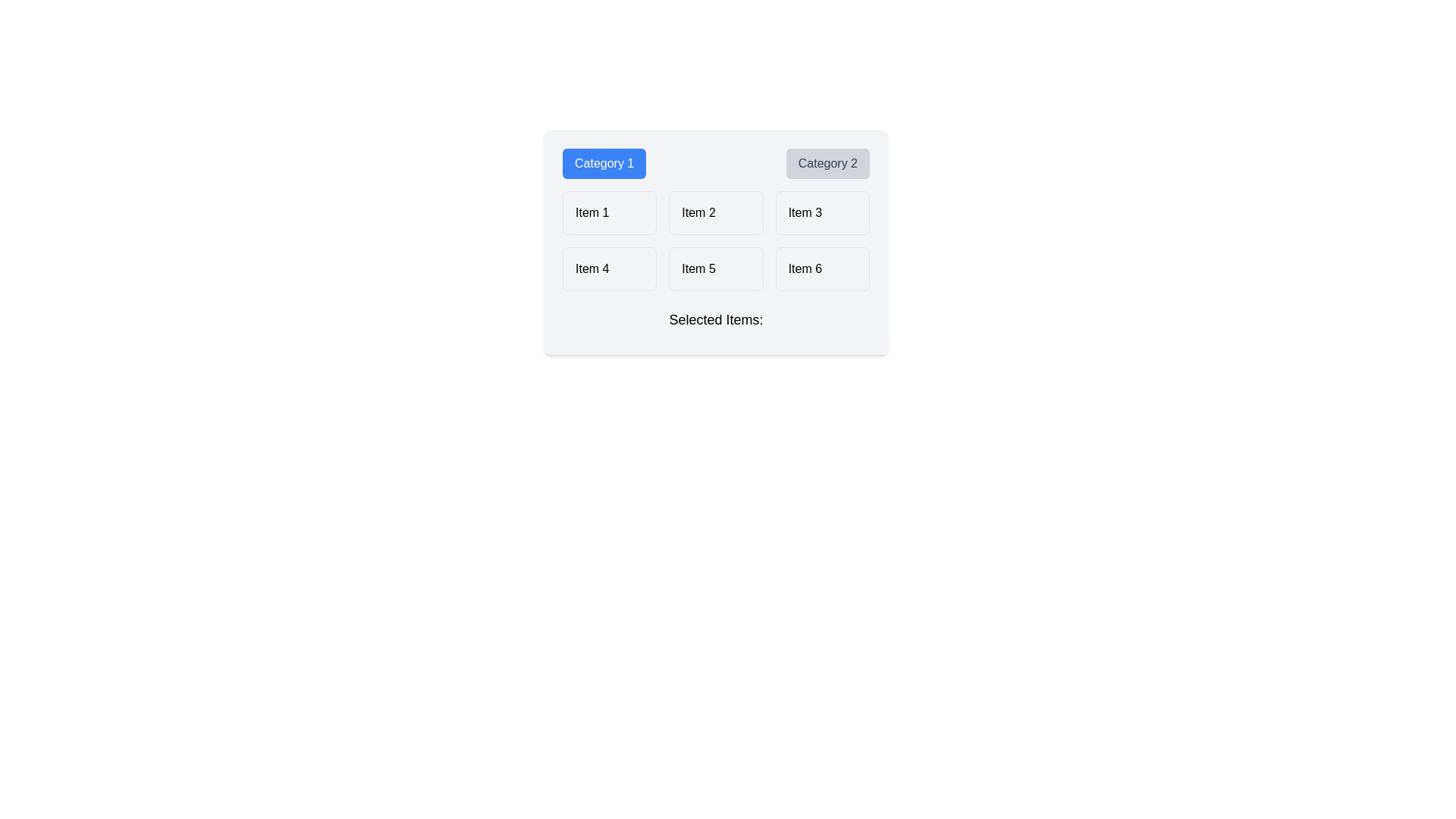 This screenshot has width=1456, height=819. Describe the element at coordinates (827, 164) in the screenshot. I see `the 'Category 2' button, which is a rectangular button with a light gray background and dark gray text, to potentially reveal additional context` at that location.